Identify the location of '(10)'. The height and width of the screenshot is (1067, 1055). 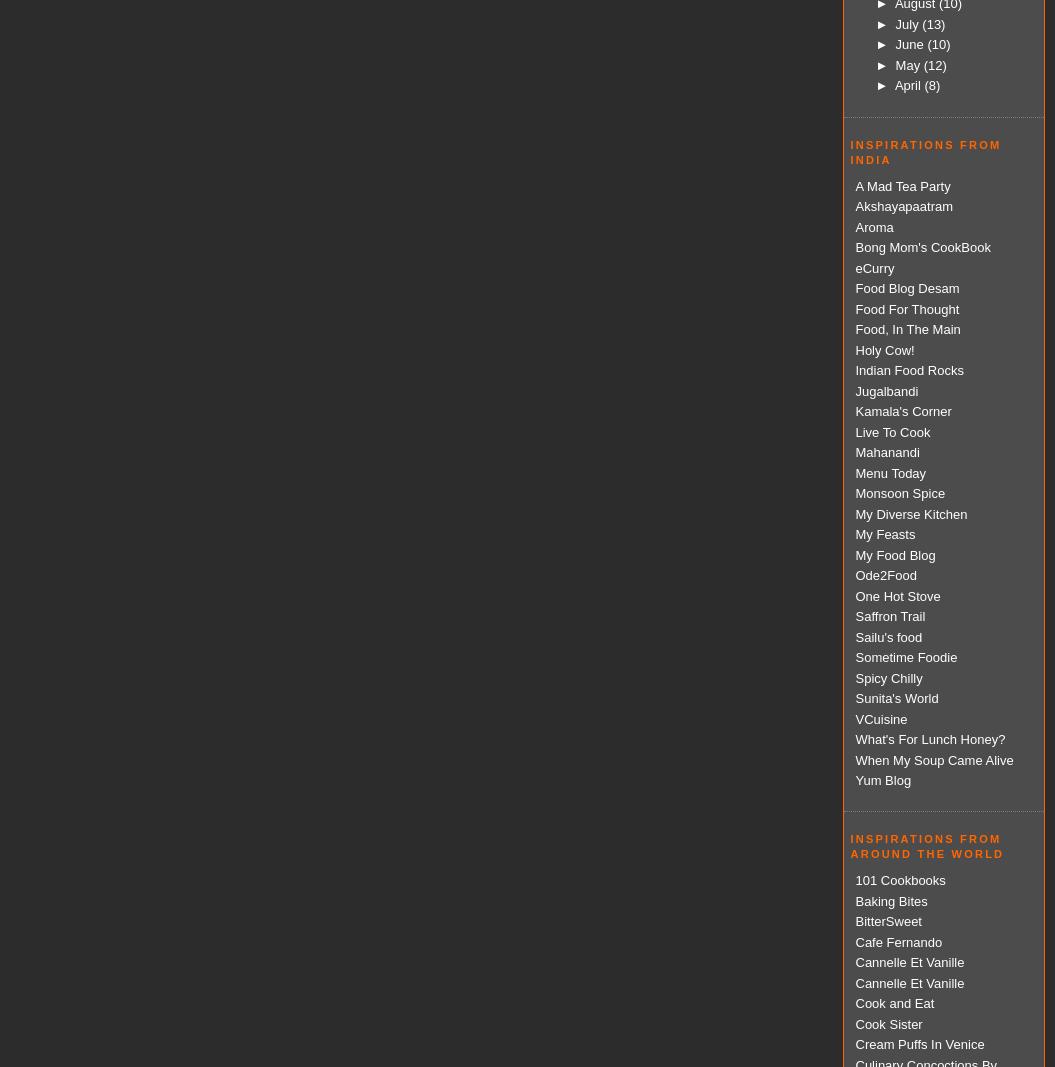
(938, 43).